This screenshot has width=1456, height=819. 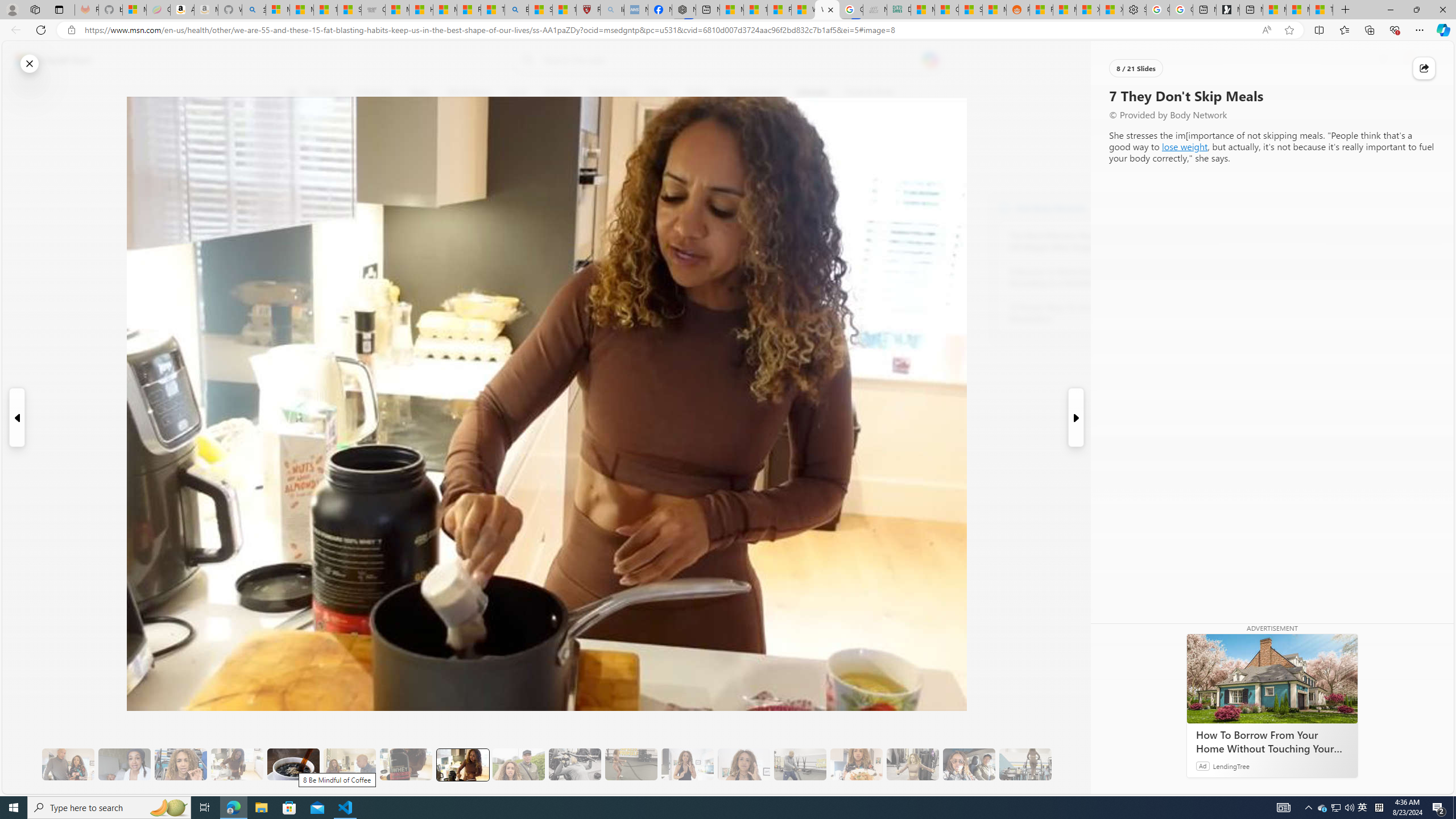 I want to click on '8 Be Mindful of Coffee', so click(x=292, y=764).